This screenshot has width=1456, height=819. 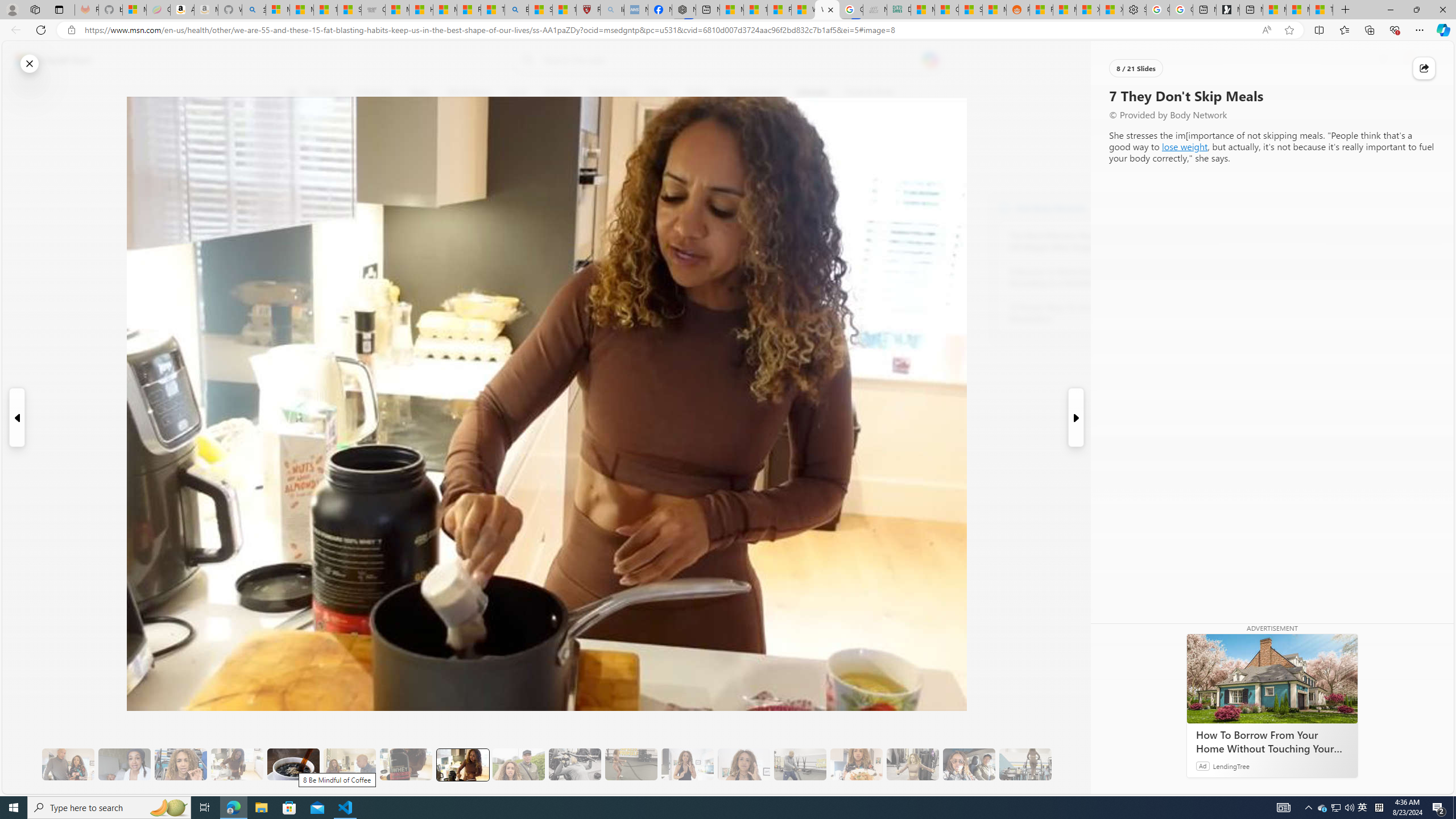 I want to click on '8 Be Mindful of Coffee', so click(x=292, y=764).